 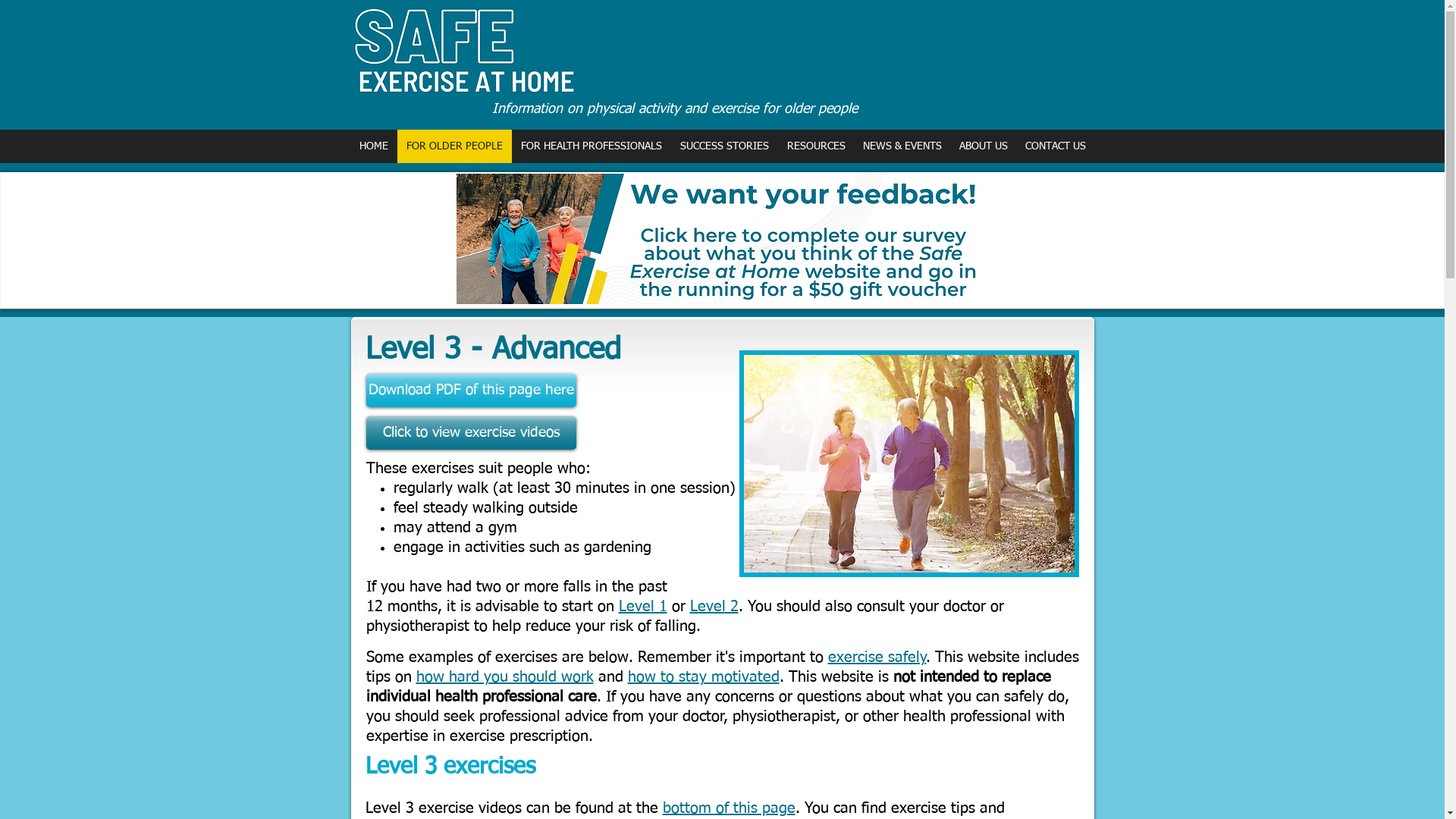 What do you see at coordinates (589, 146) in the screenshot?
I see `'FOR HEALTH PROFESSIONALS'` at bounding box center [589, 146].